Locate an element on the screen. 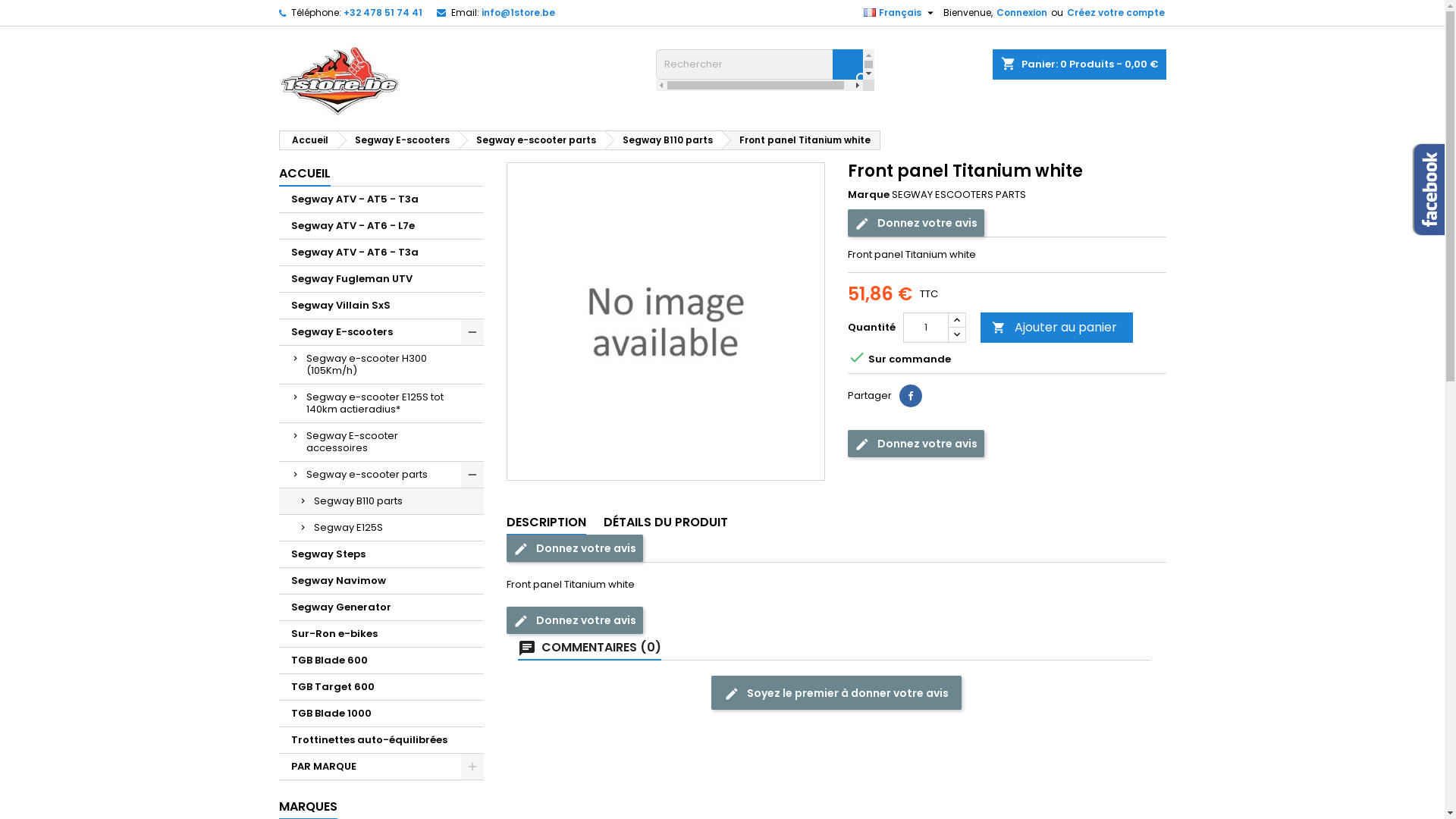 The width and height of the screenshot is (1456, 819). 'Segway e-scooter parts' is located at coordinates (381, 474).